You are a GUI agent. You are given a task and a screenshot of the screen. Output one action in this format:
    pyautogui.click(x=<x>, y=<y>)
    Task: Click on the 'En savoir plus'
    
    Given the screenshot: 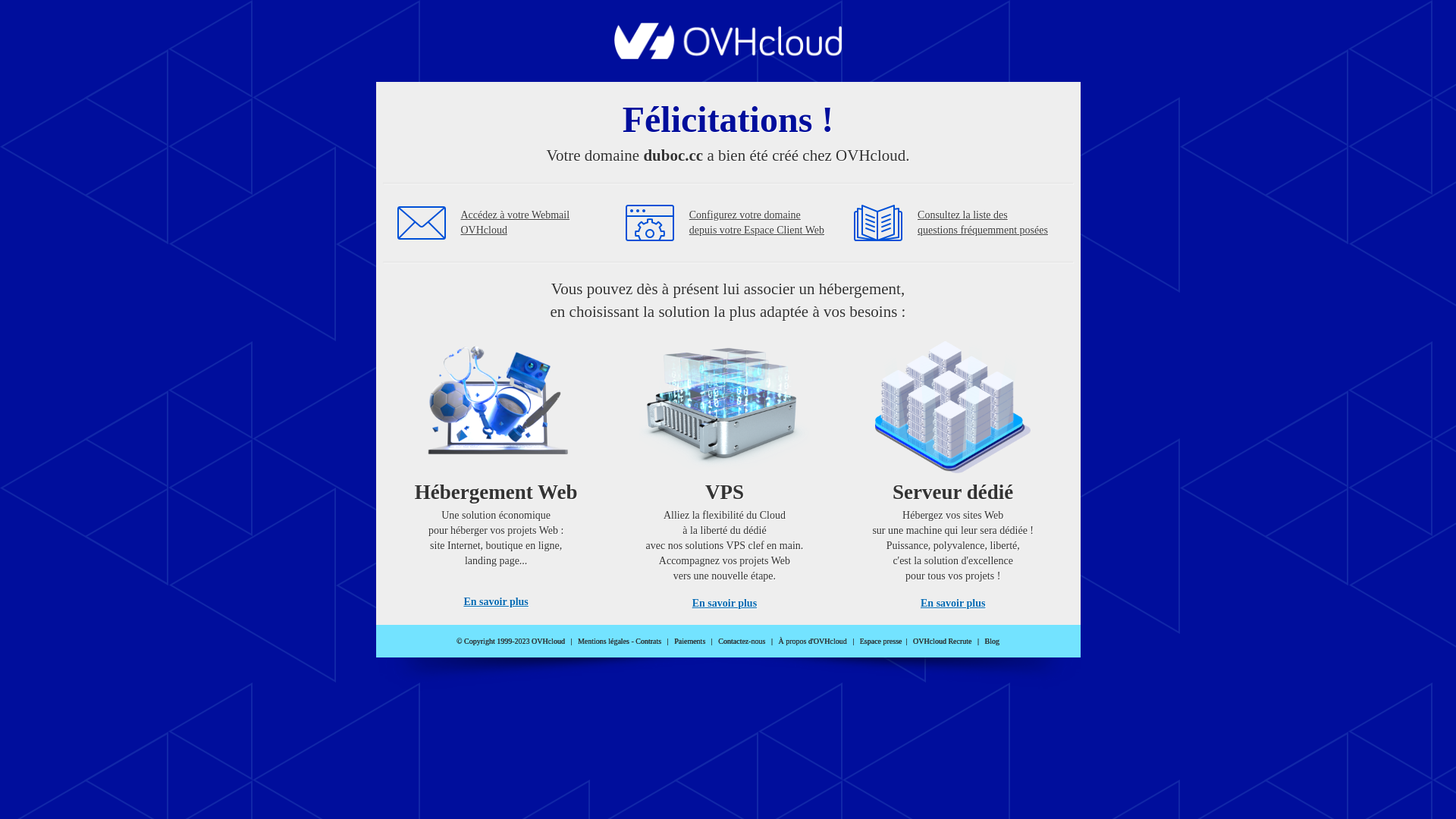 What is the action you would take?
    pyautogui.click(x=495, y=601)
    